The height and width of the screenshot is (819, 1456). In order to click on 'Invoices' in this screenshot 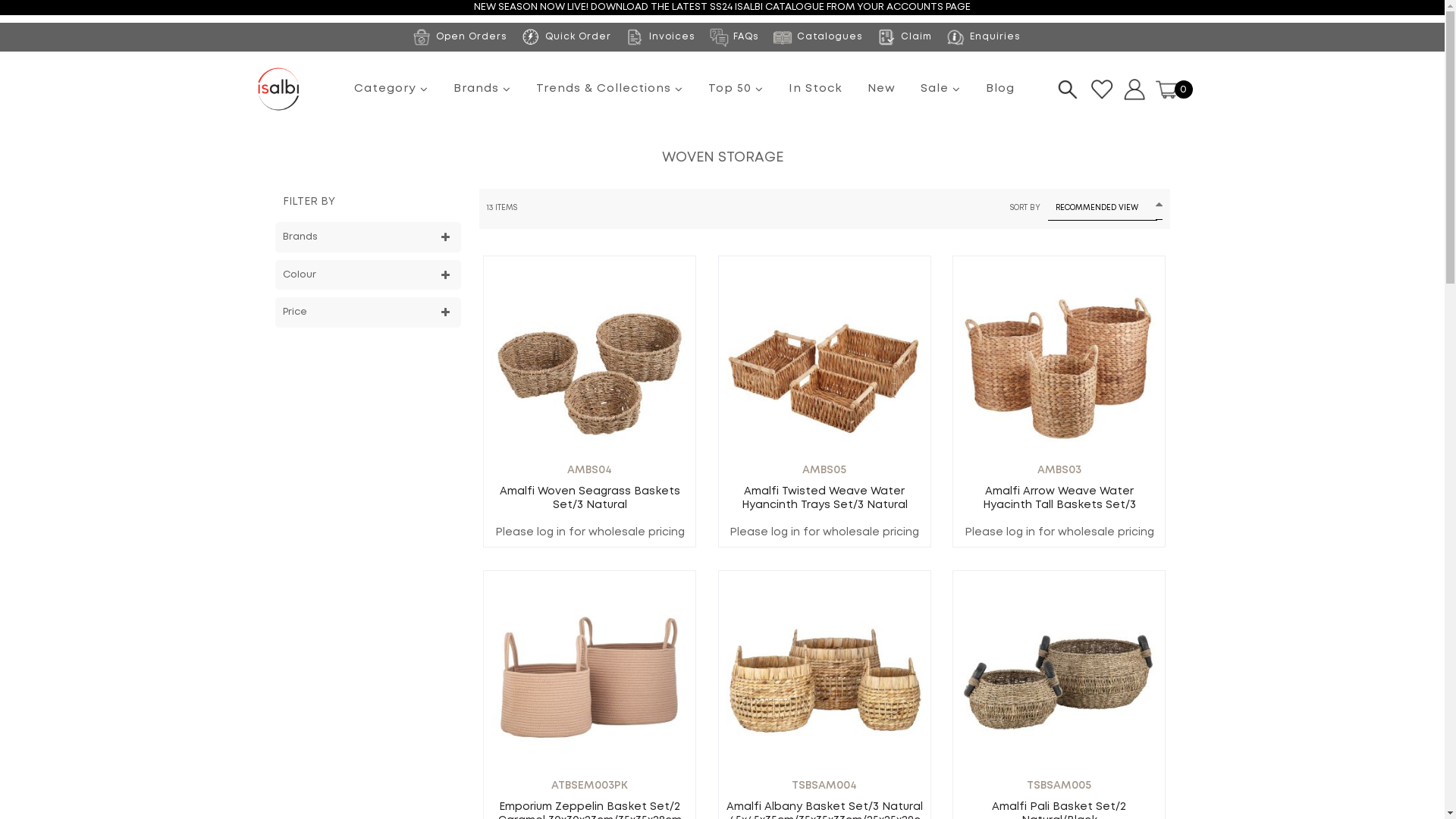, I will do `click(659, 35)`.